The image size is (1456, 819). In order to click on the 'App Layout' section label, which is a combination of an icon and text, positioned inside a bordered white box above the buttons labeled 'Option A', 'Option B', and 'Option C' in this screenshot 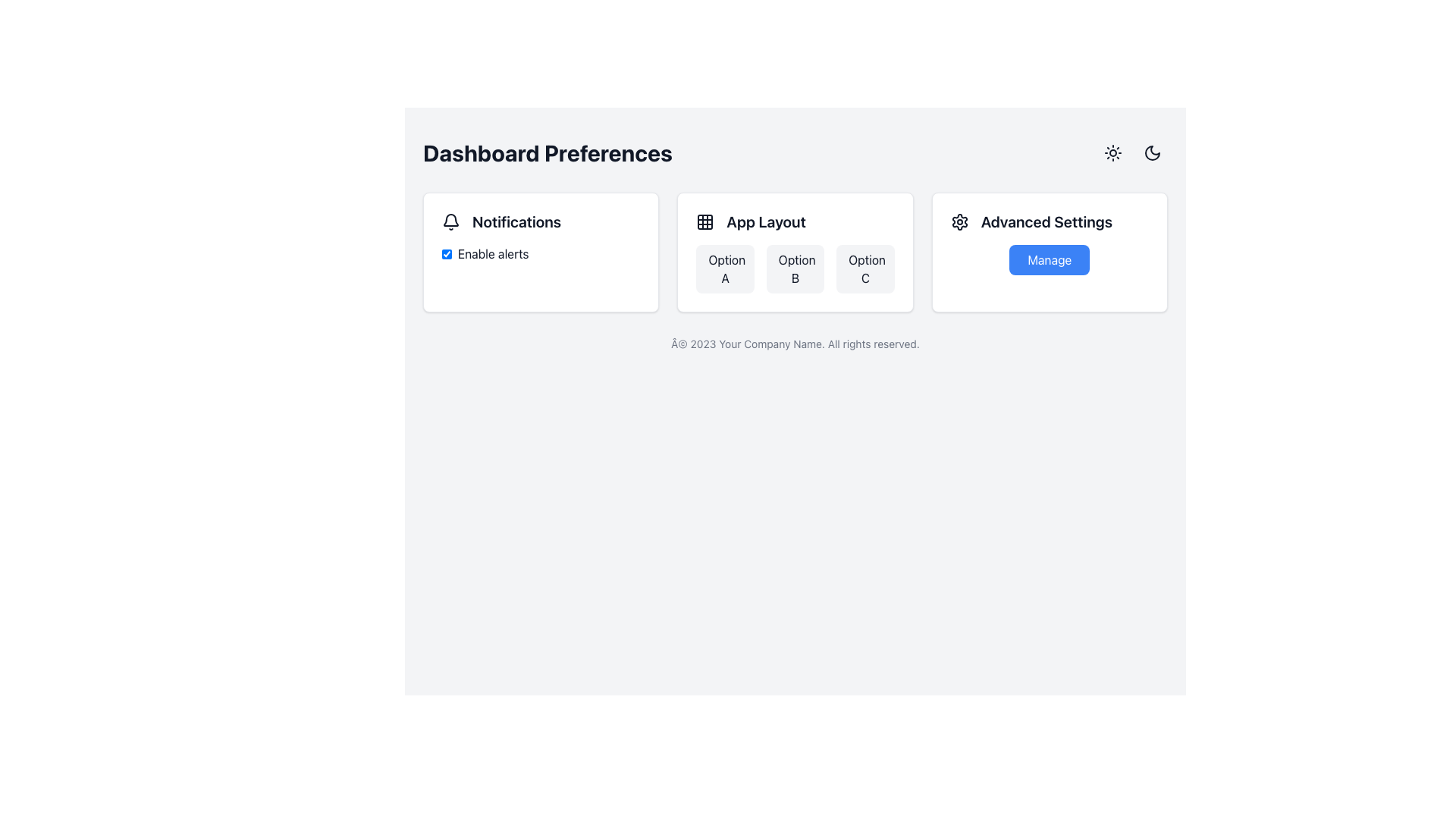, I will do `click(794, 222)`.